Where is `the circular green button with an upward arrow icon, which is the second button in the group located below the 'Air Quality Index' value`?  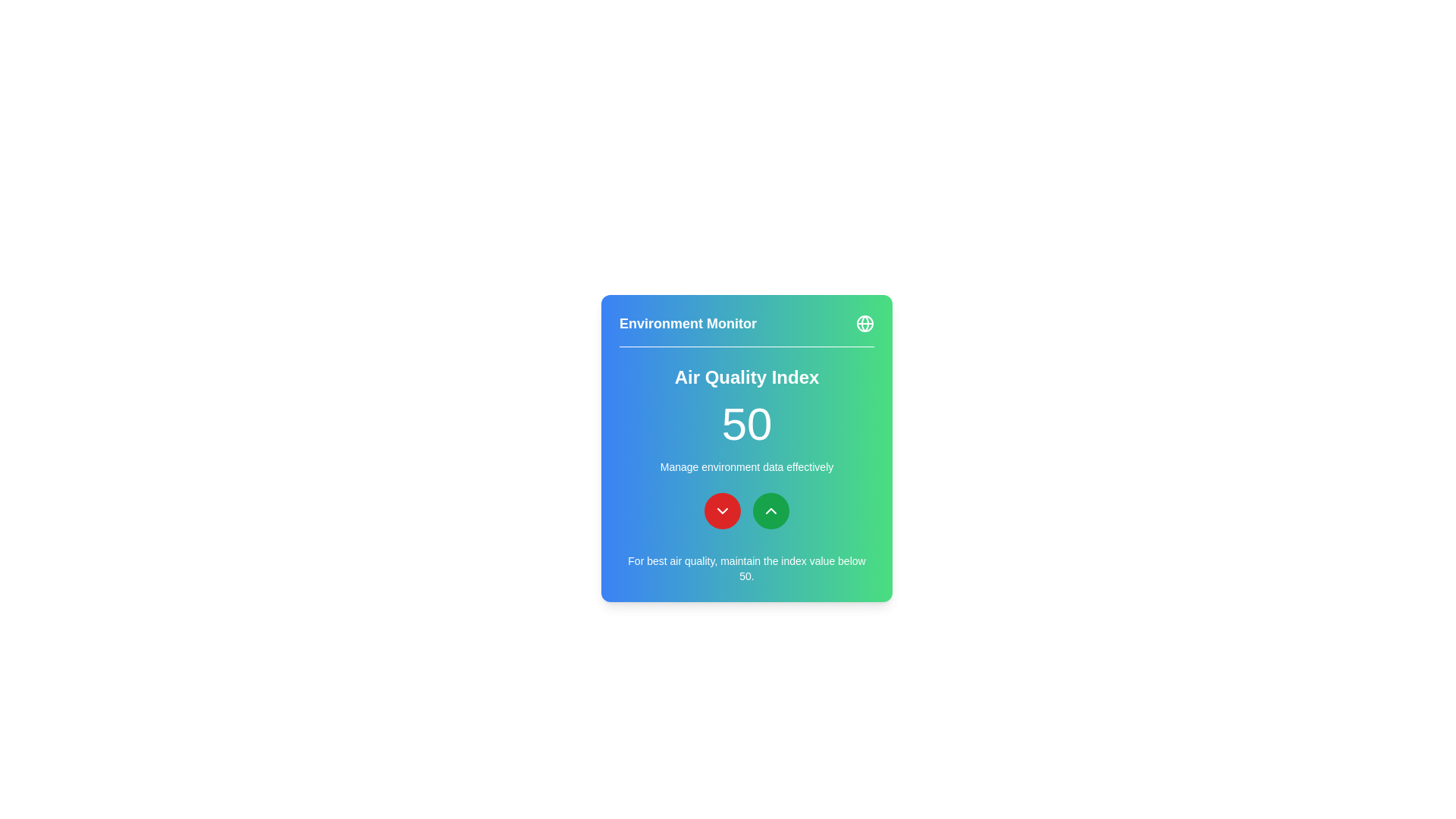
the circular green button with an upward arrow icon, which is the second button in the group located below the 'Air Quality Index' value is located at coordinates (771, 511).